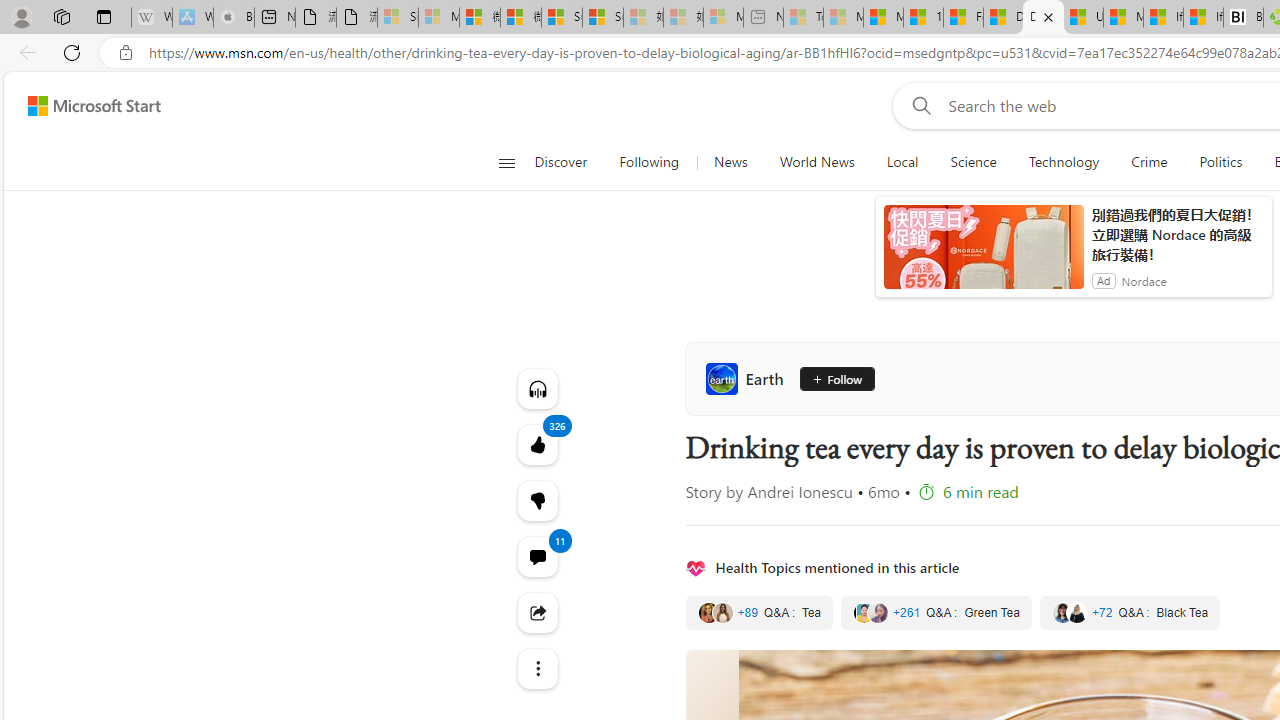 The width and height of the screenshot is (1280, 720). What do you see at coordinates (762, 17) in the screenshot?
I see `'New tab - Sleeping'` at bounding box center [762, 17].